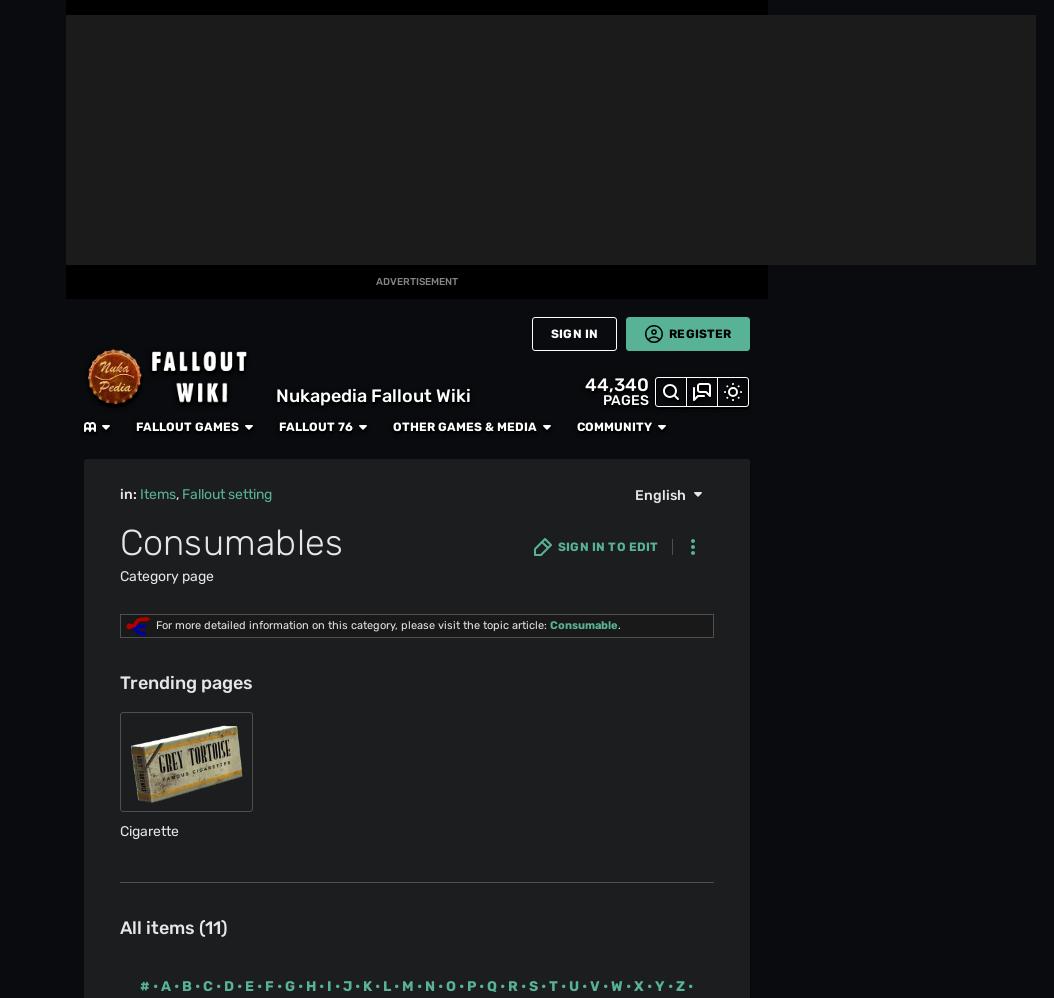  What do you see at coordinates (12, 65) in the screenshot?
I see `'FANDOM'` at bounding box center [12, 65].